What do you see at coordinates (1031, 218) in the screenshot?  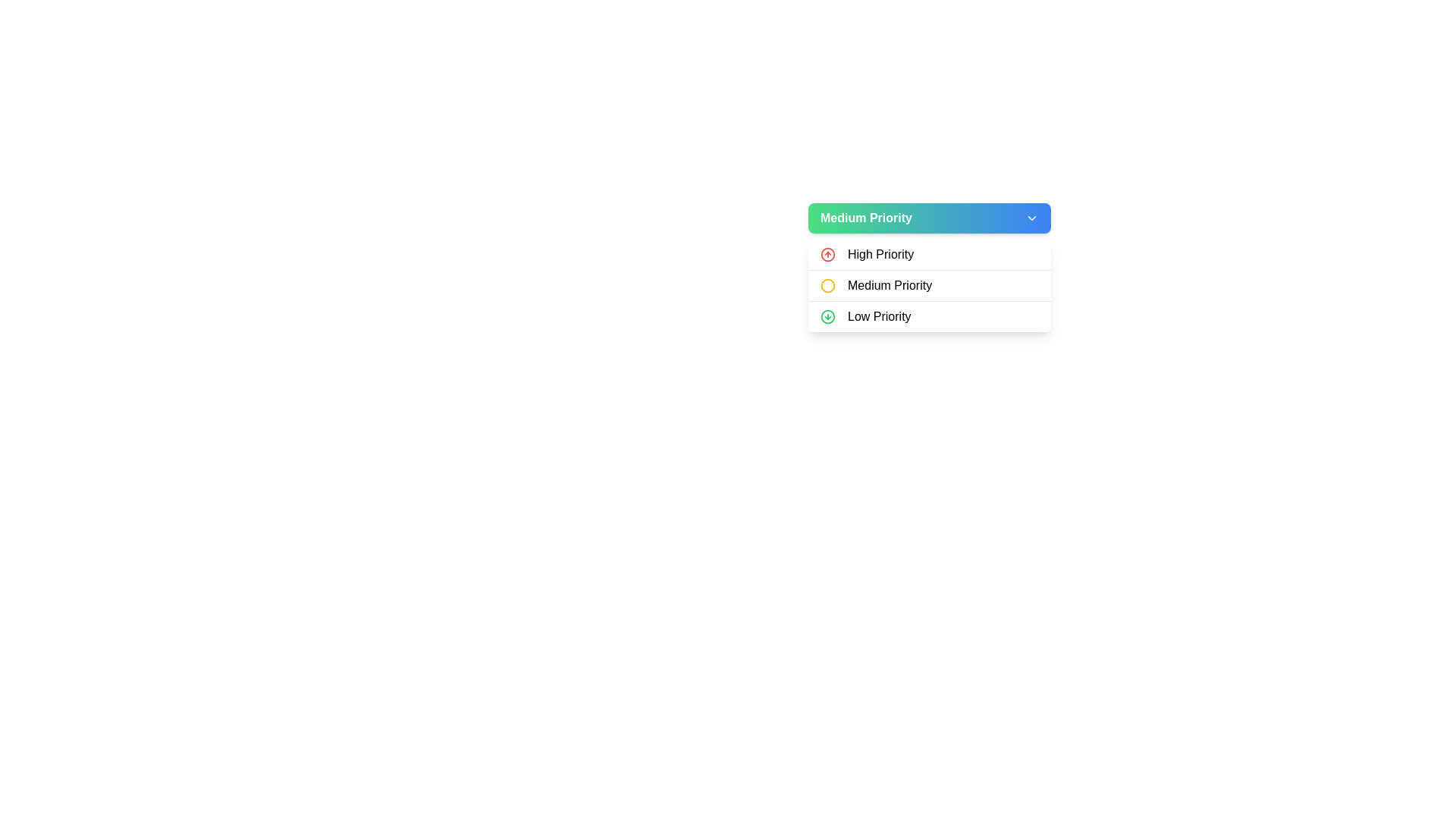 I see `the chevron icon located on the far-right side of the 'Medium Priority' bar` at bounding box center [1031, 218].